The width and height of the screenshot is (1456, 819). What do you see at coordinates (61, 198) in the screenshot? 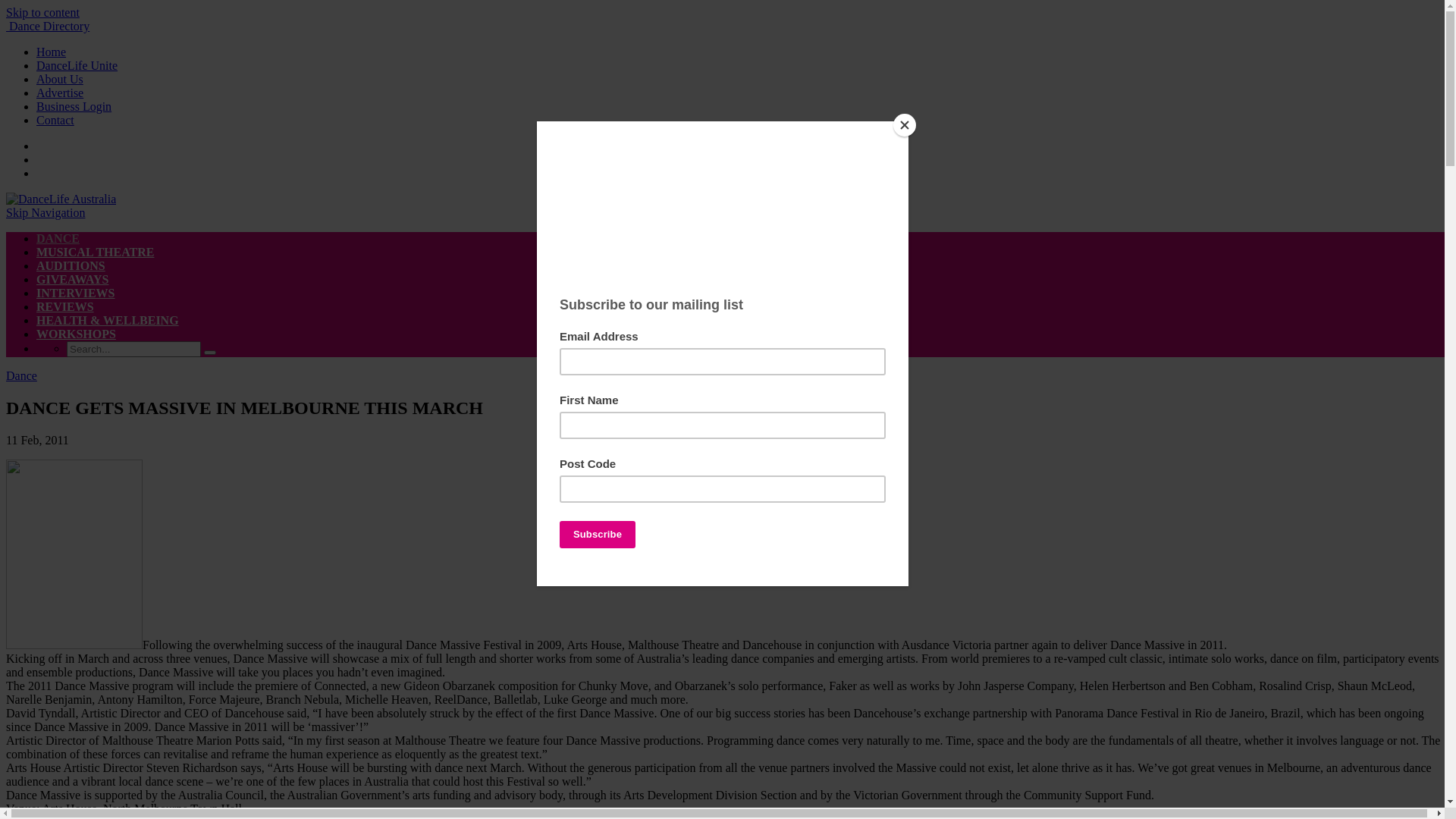
I see `'DanceLife Australia'` at bounding box center [61, 198].